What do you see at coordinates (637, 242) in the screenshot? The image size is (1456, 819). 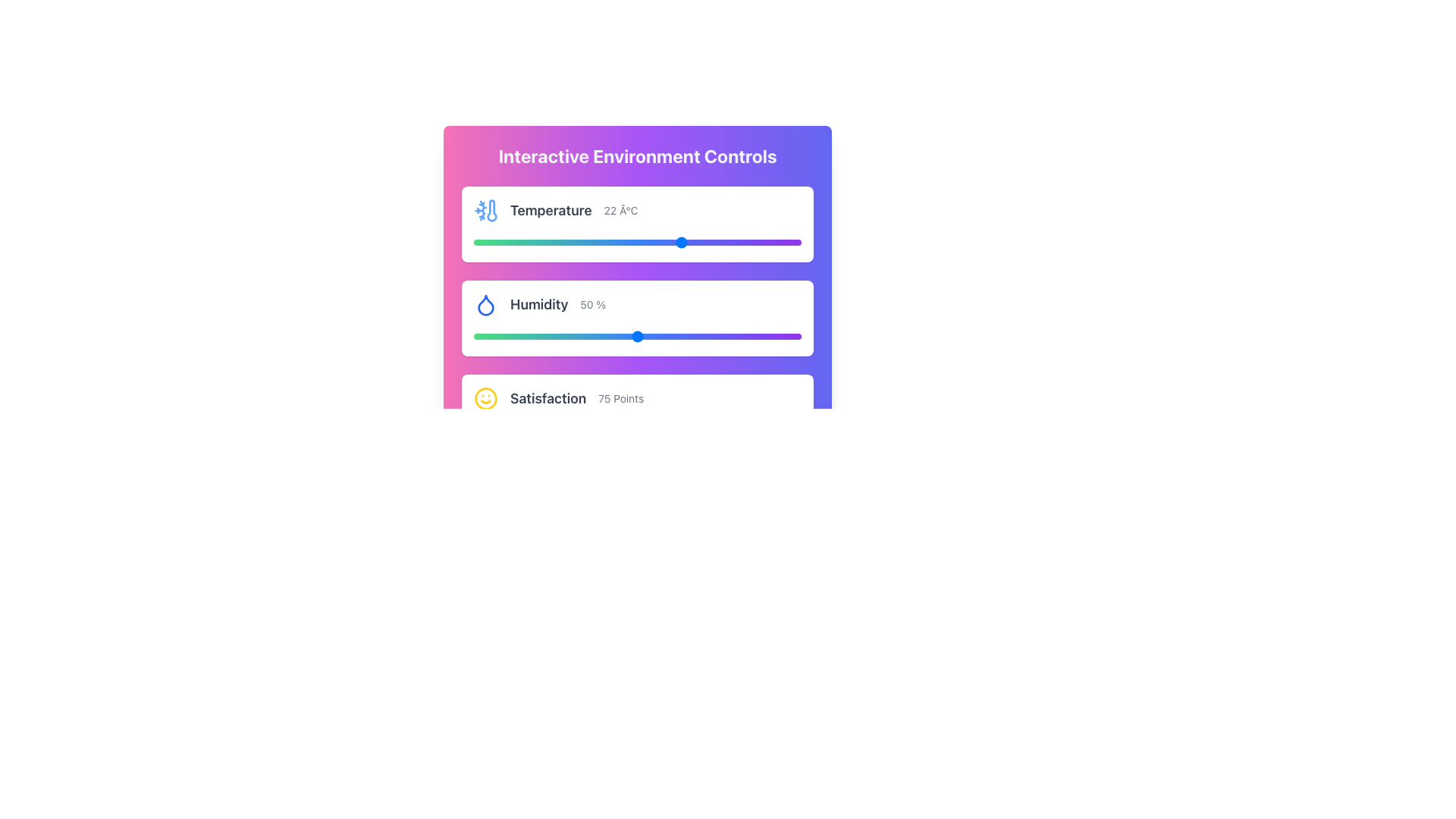 I see `the temperature slider bar labeled 'Temperature 22 °C' to set the slider handle to the clicked position` at bounding box center [637, 242].